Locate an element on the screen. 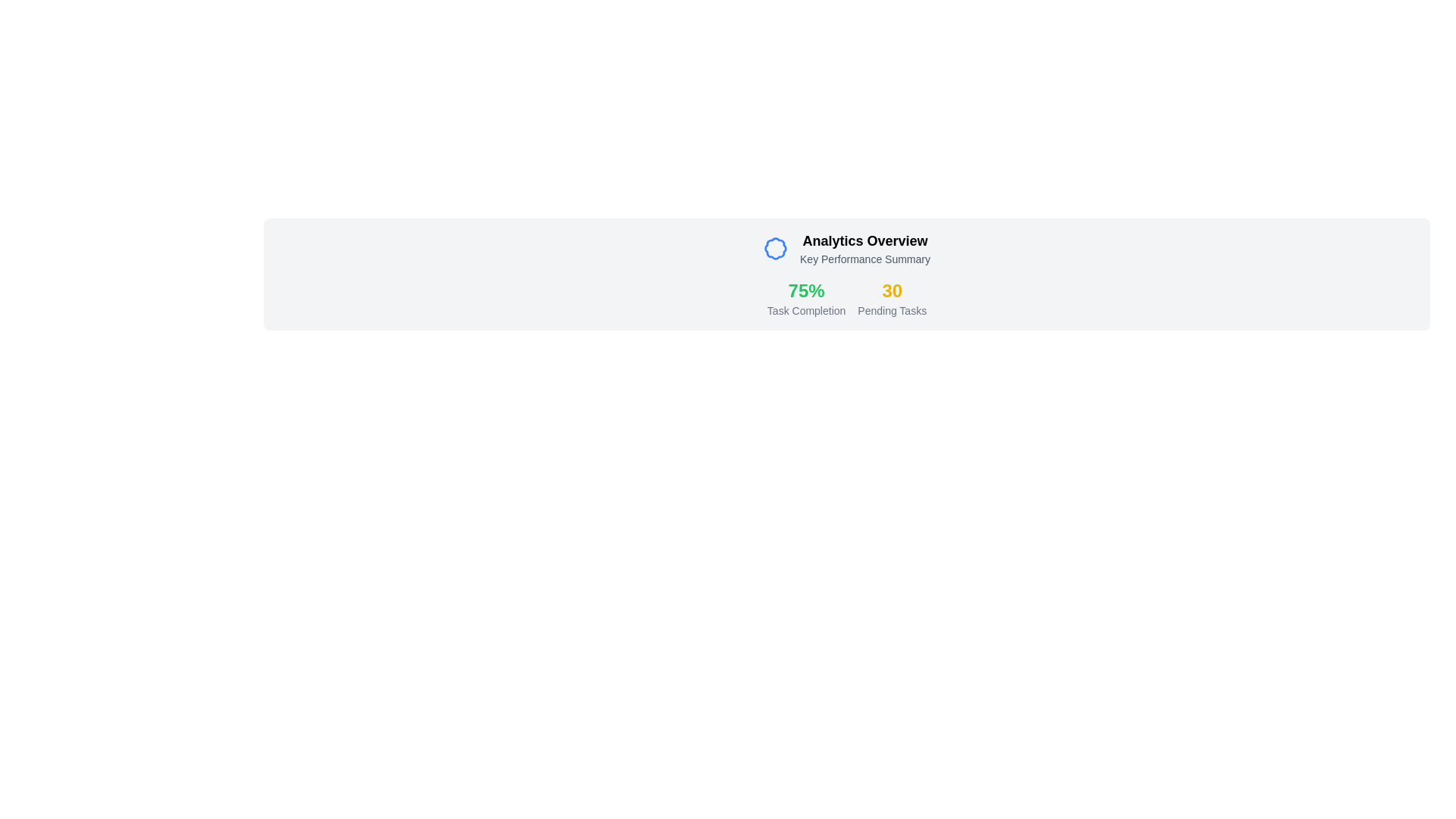  the text label that provides context for the adjacent numerical value '30', which is displayed in a larger font size and styled with a yellow hue is located at coordinates (892, 309).